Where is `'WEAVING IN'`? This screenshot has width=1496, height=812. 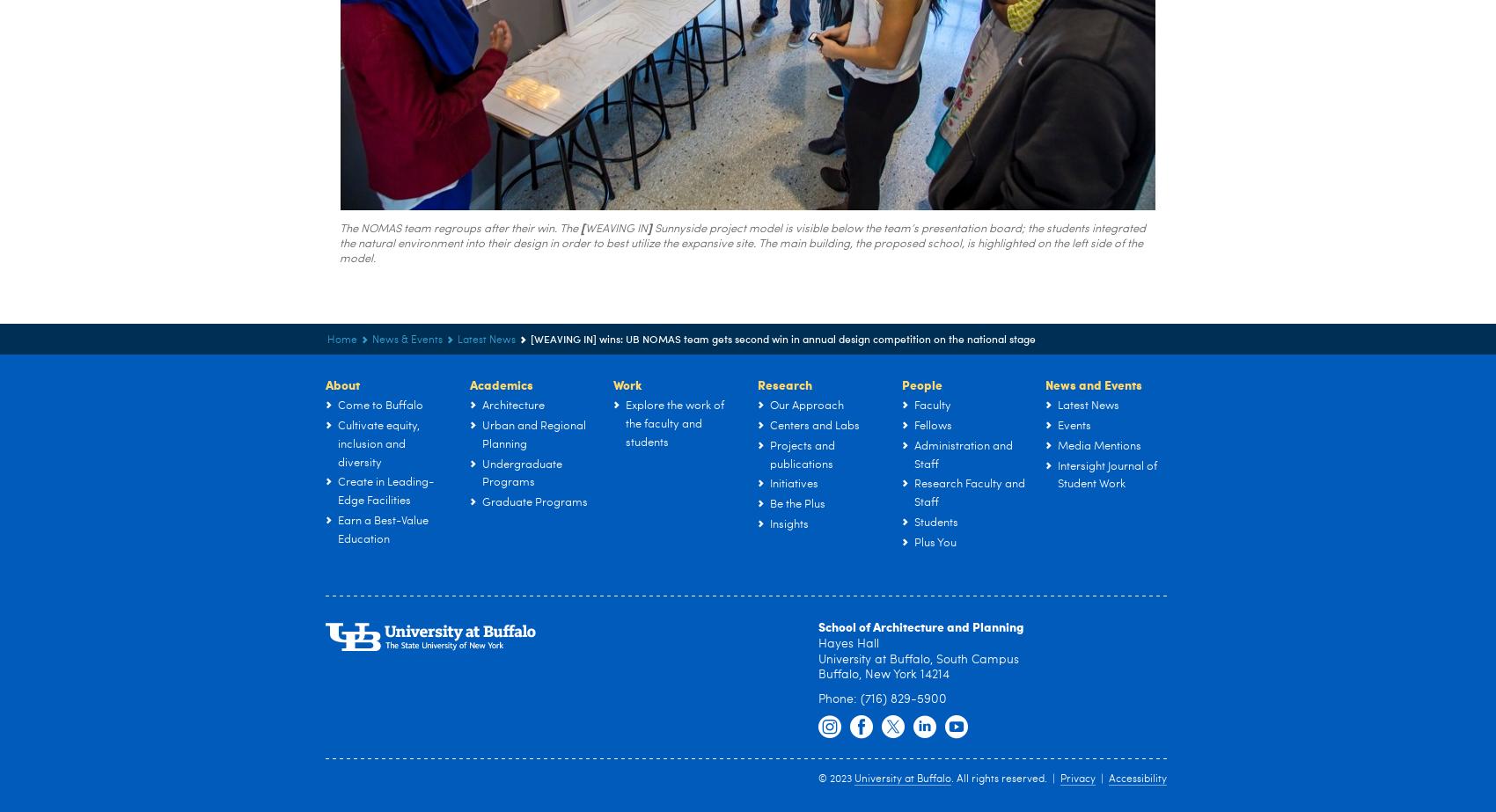 'WEAVING IN' is located at coordinates (616, 228).